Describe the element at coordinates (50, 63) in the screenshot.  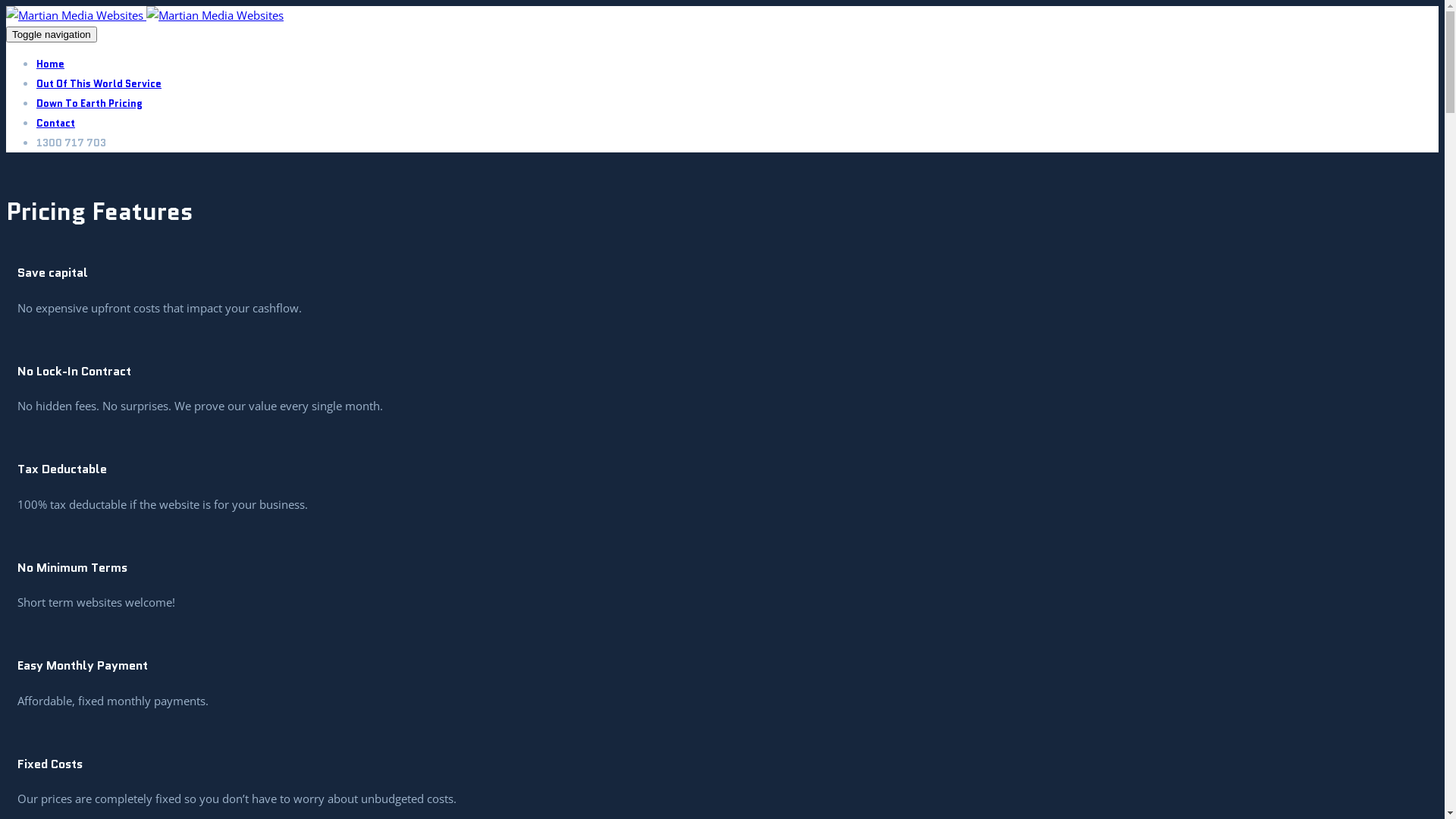
I see `'Home'` at that location.